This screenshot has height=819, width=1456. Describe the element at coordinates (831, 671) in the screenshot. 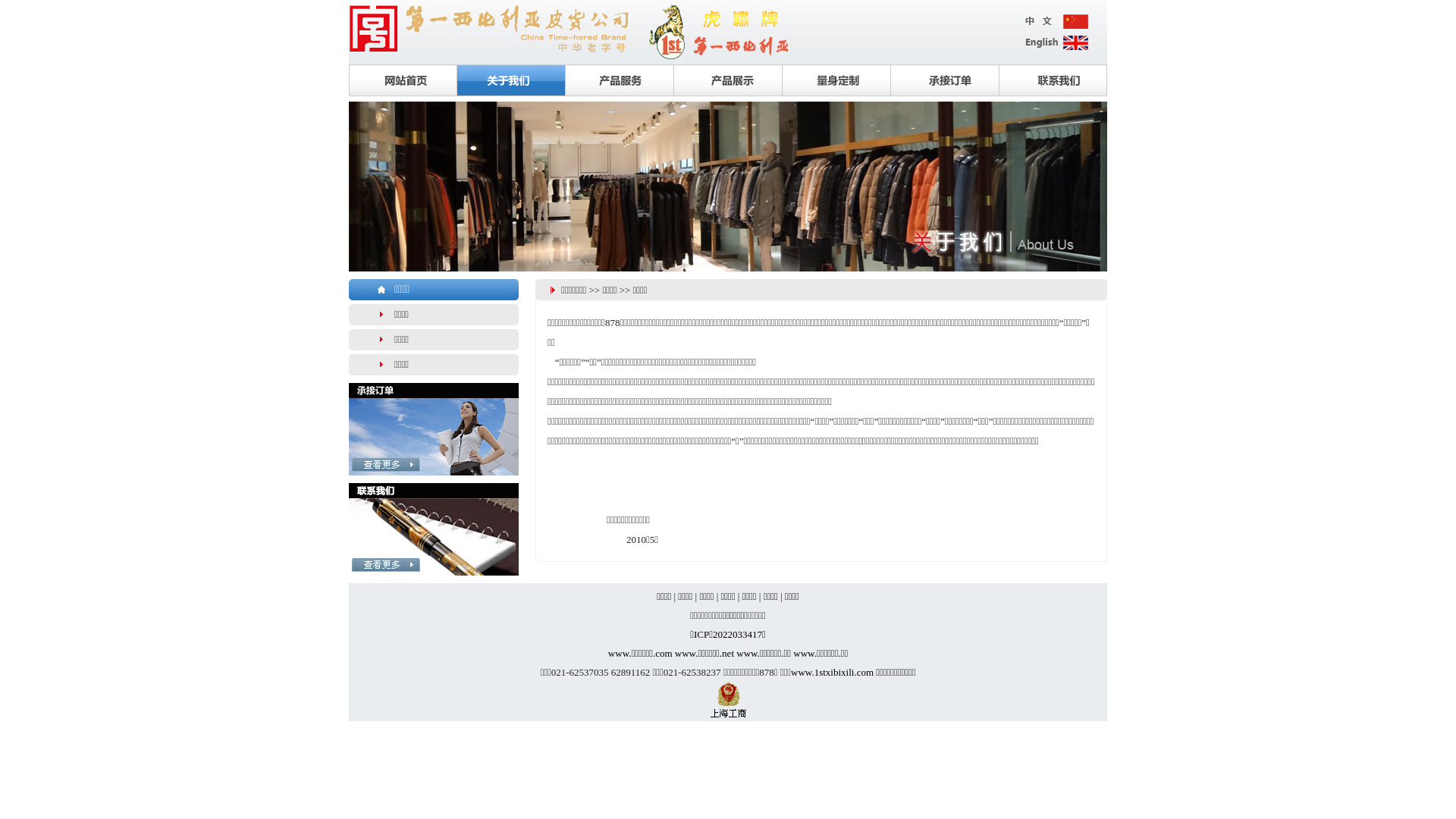

I see `'www.1stxibixili.com'` at that location.